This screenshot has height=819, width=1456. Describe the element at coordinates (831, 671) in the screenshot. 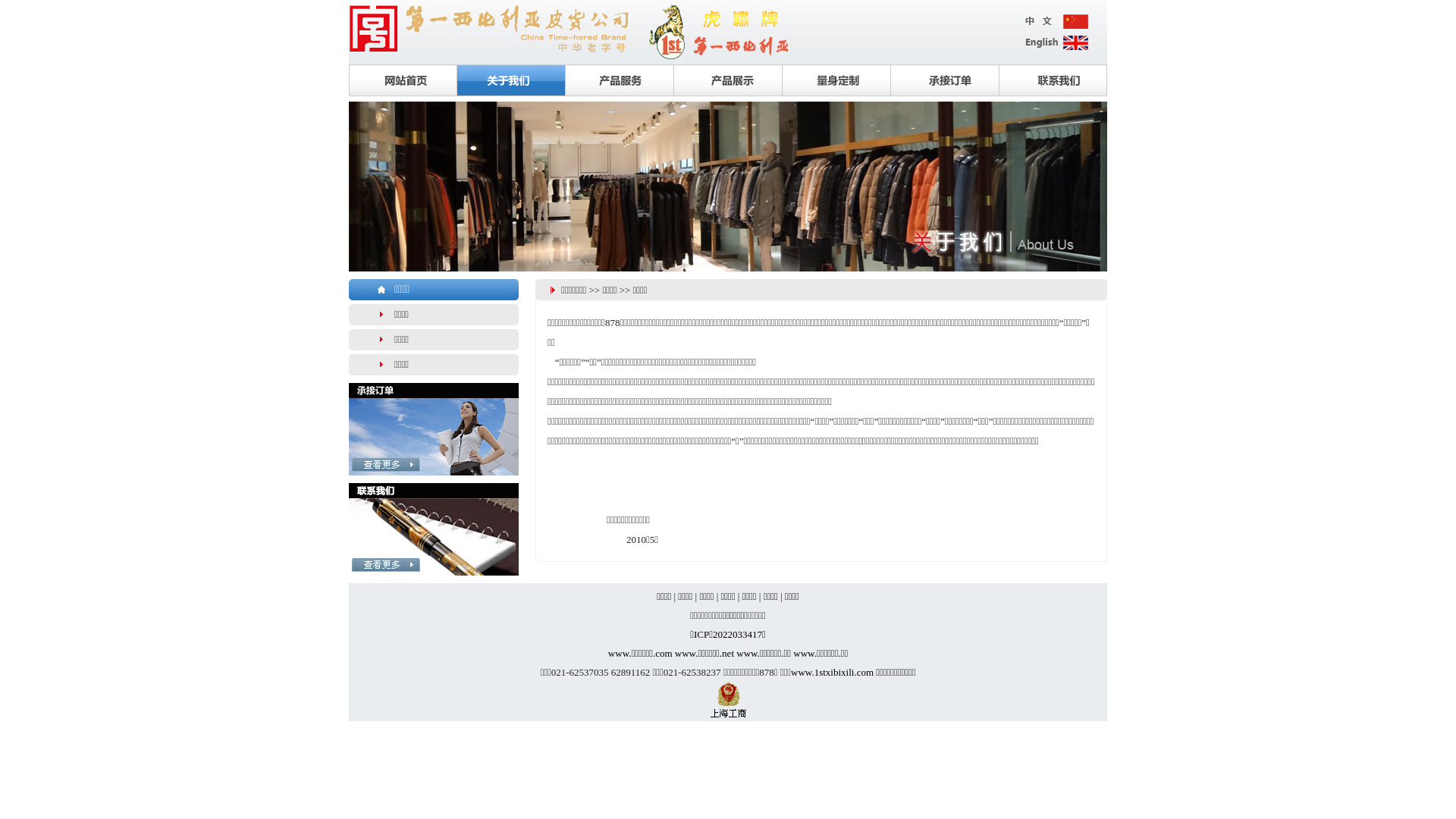

I see `'www.1stxibixili.com'` at that location.